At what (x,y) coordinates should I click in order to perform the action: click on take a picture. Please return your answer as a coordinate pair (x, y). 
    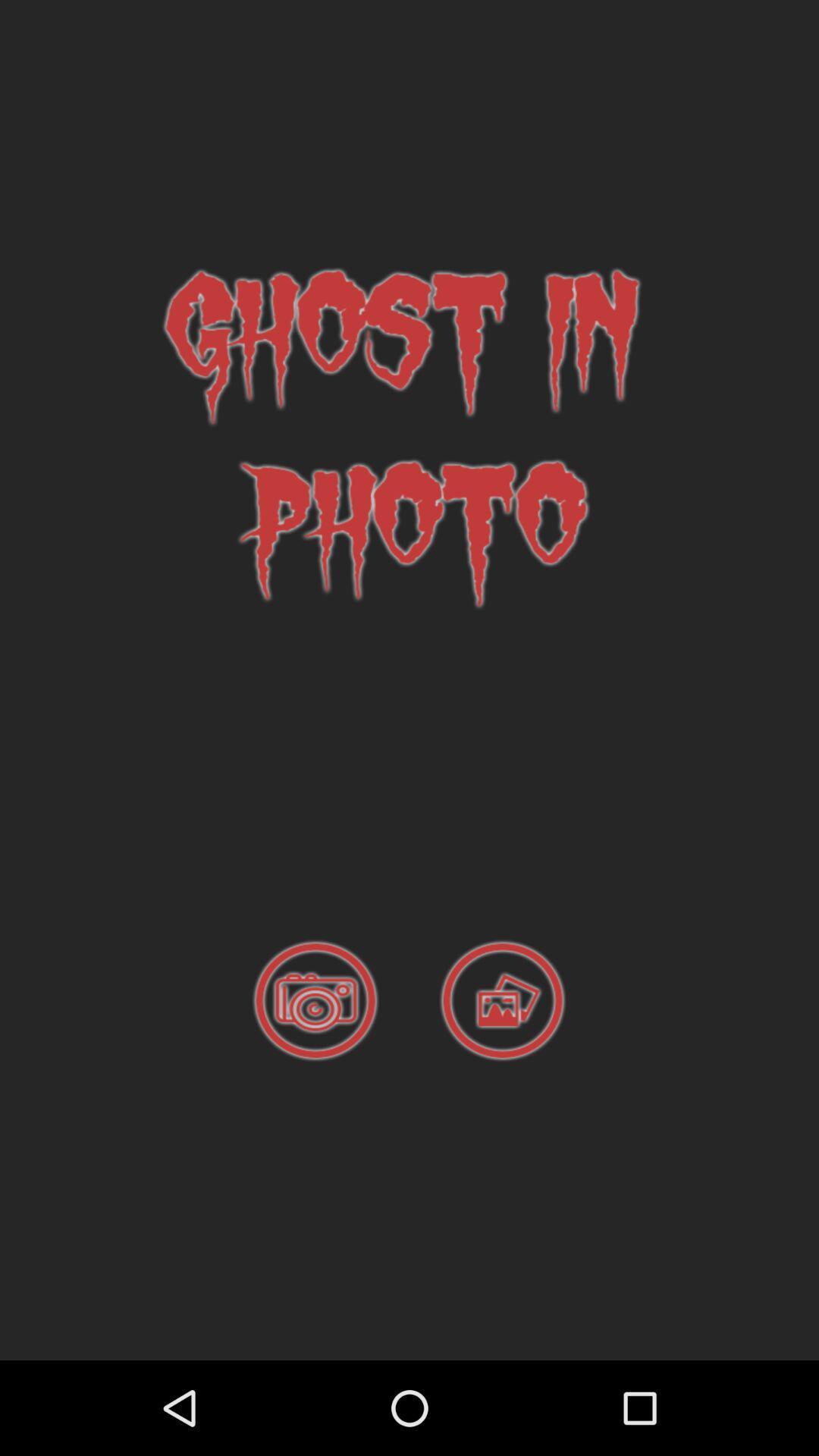
    Looking at the image, I should click on (315, 1000).